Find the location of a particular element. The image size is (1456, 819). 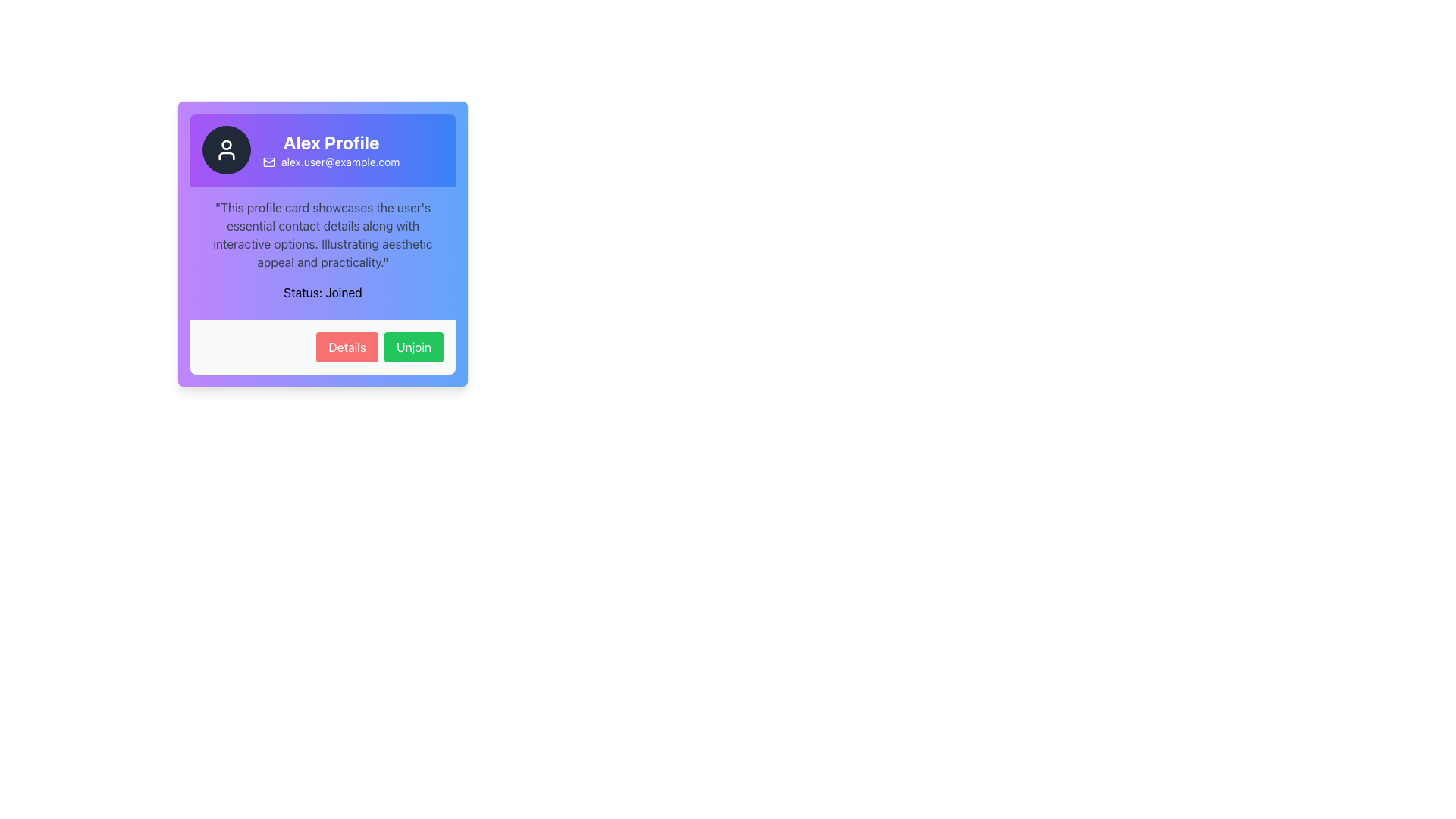

the rectangular 'Unjoin' button with white text on a green background, located in the bottom section of the card interface, next to the red 'Details' button is located at coordinates (414, 347).